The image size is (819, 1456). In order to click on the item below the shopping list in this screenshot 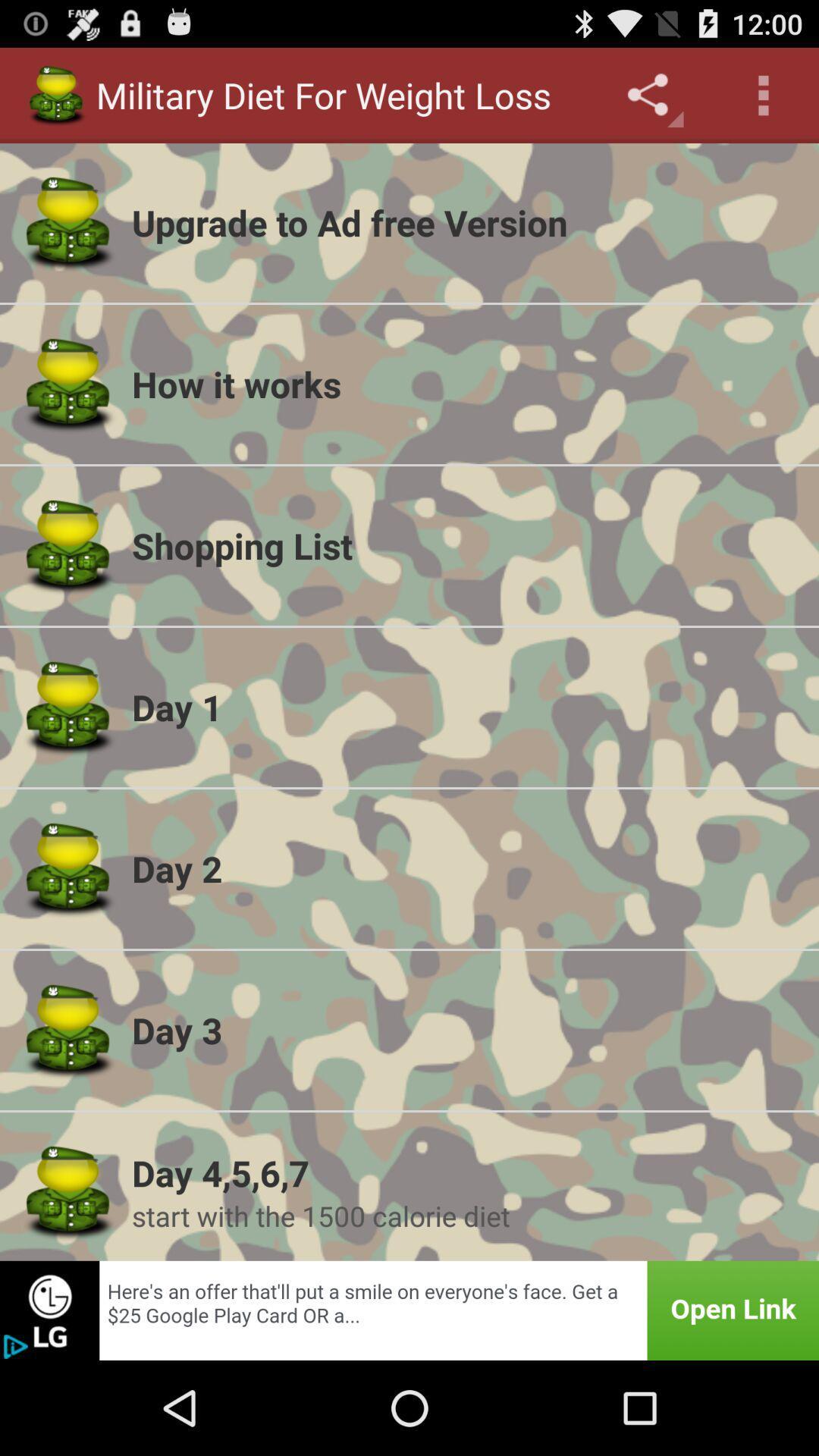, I will do `click(465, 706)`.